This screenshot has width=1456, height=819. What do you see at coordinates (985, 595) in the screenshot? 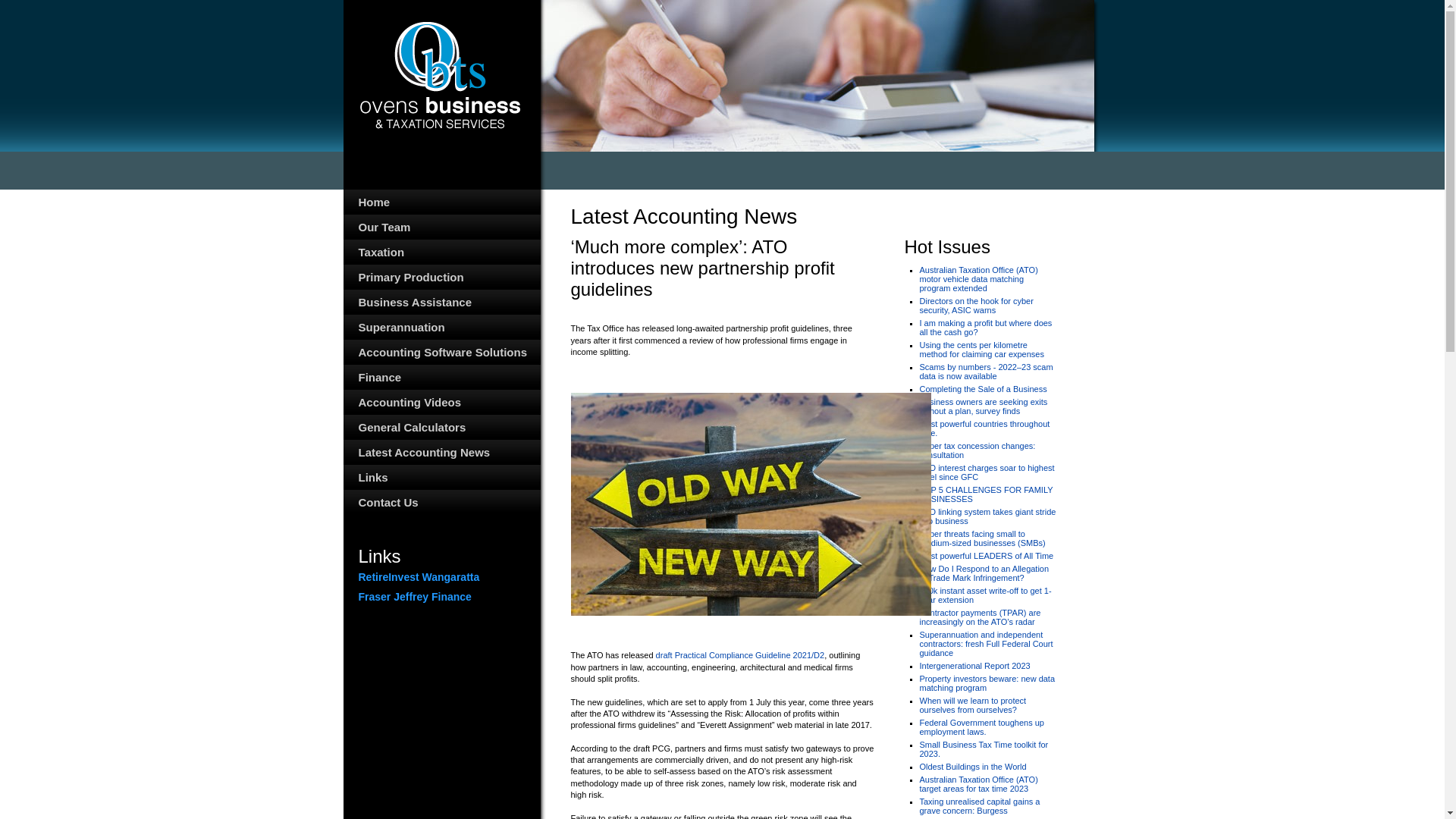
I see `'$20k instant asset write-off to get 1-year extension'` at bounding box center [985, 595].